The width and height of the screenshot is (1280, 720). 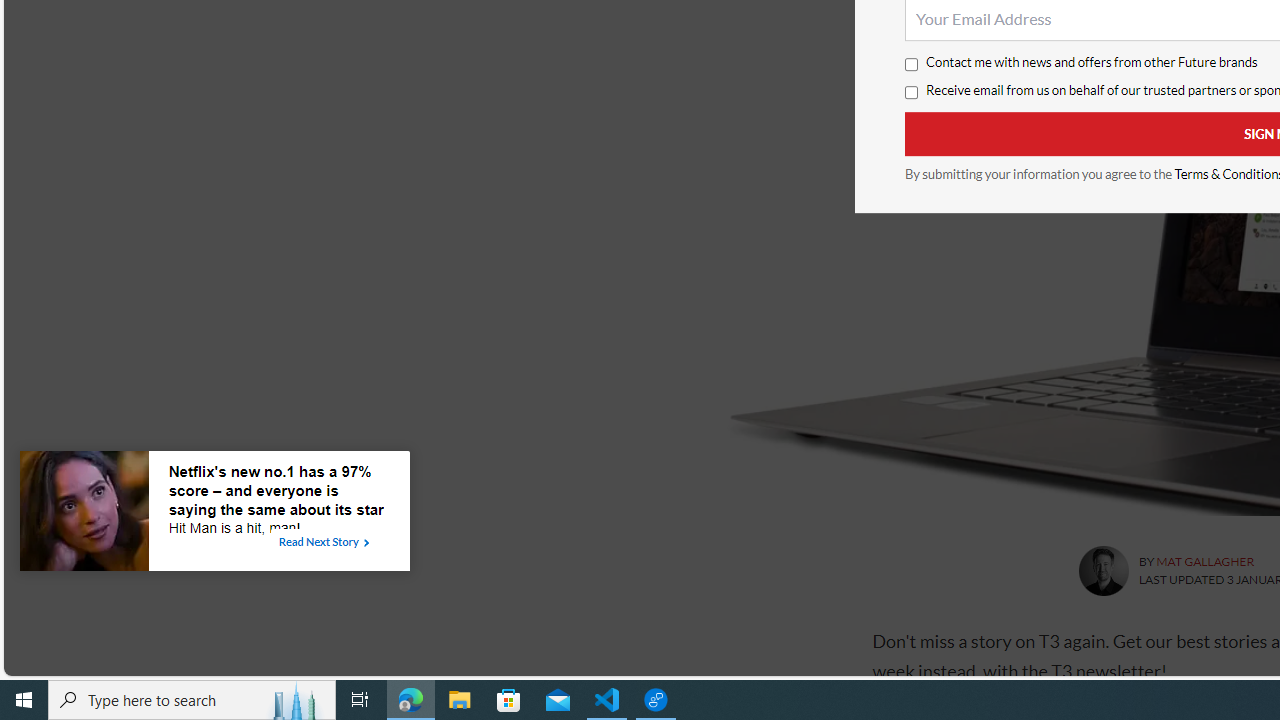 I want to click on 'Class: tbl-arrow-icon arrow-2', so click(x=366, y=543).